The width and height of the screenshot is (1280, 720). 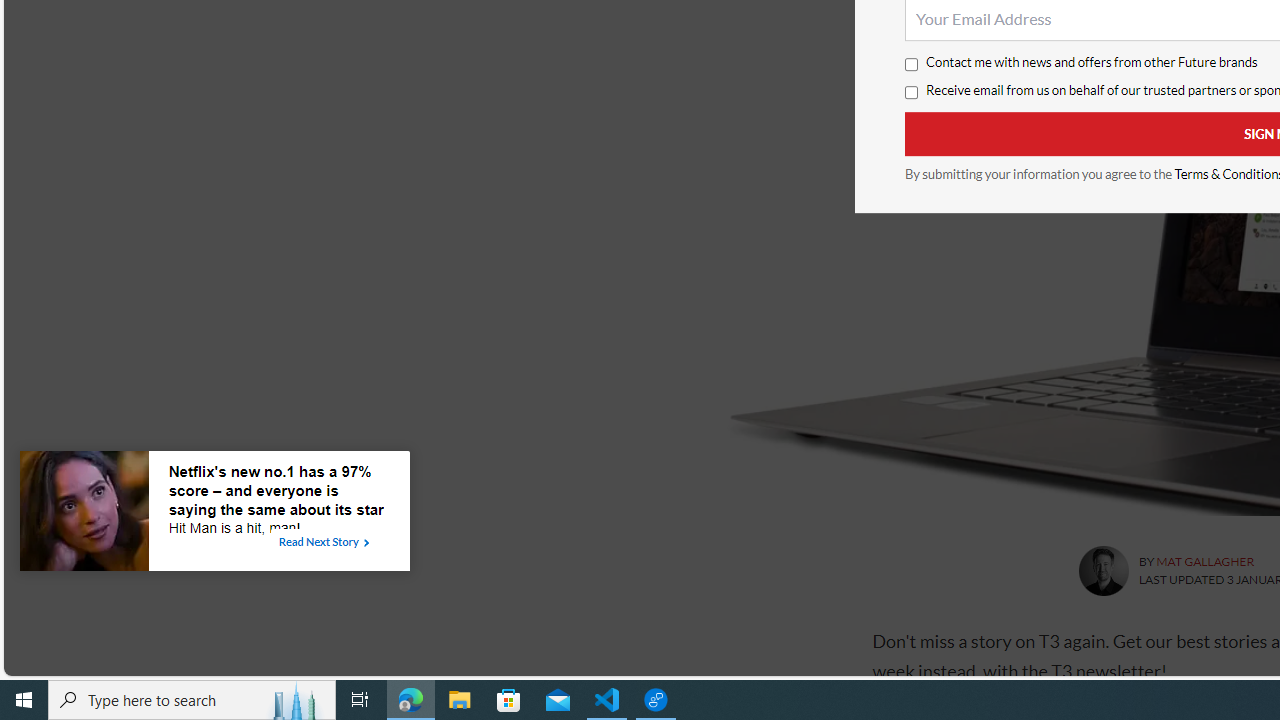 I want to click on 'Class: tbl-arrow-icon arrow-2', so click(x=366, y=543).